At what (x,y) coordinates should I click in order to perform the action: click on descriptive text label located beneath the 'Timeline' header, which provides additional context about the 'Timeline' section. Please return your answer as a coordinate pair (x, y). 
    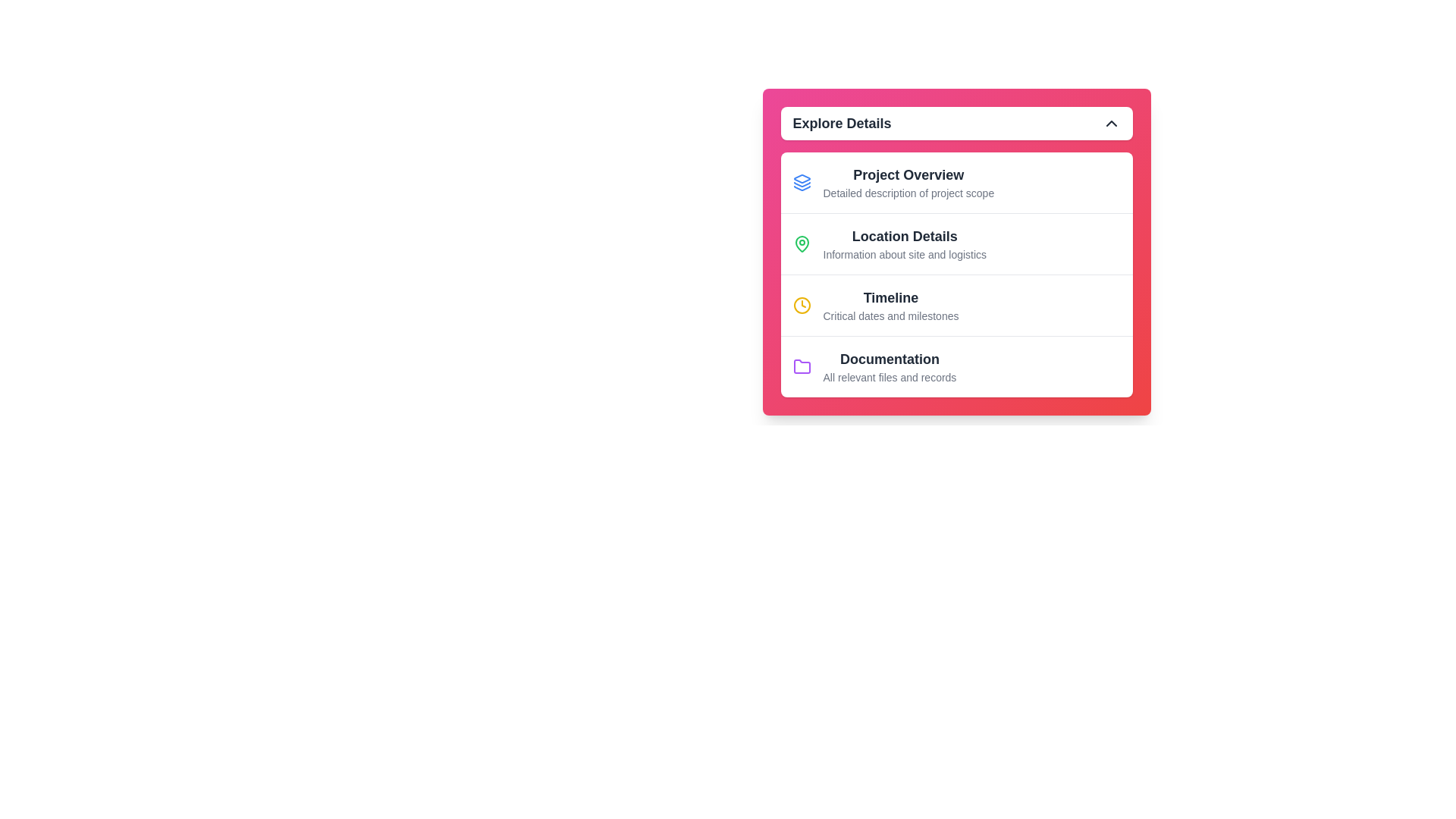
    Looking at the image, I should click on (891, 315).